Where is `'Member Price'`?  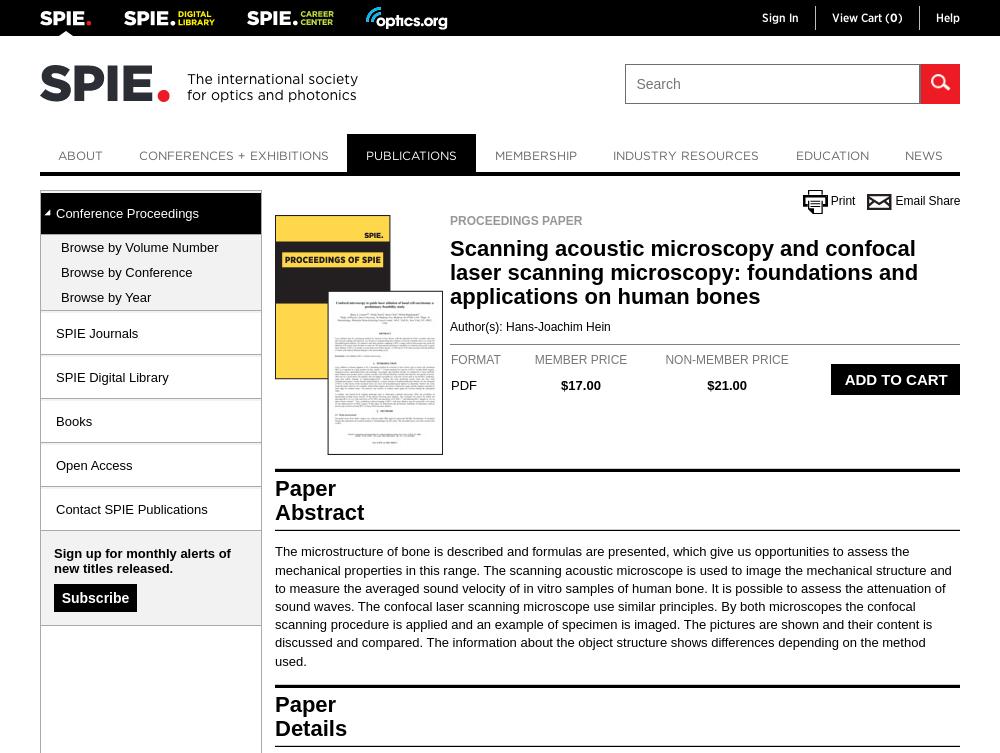
'Member Price' is located at coordinates (579, 359).